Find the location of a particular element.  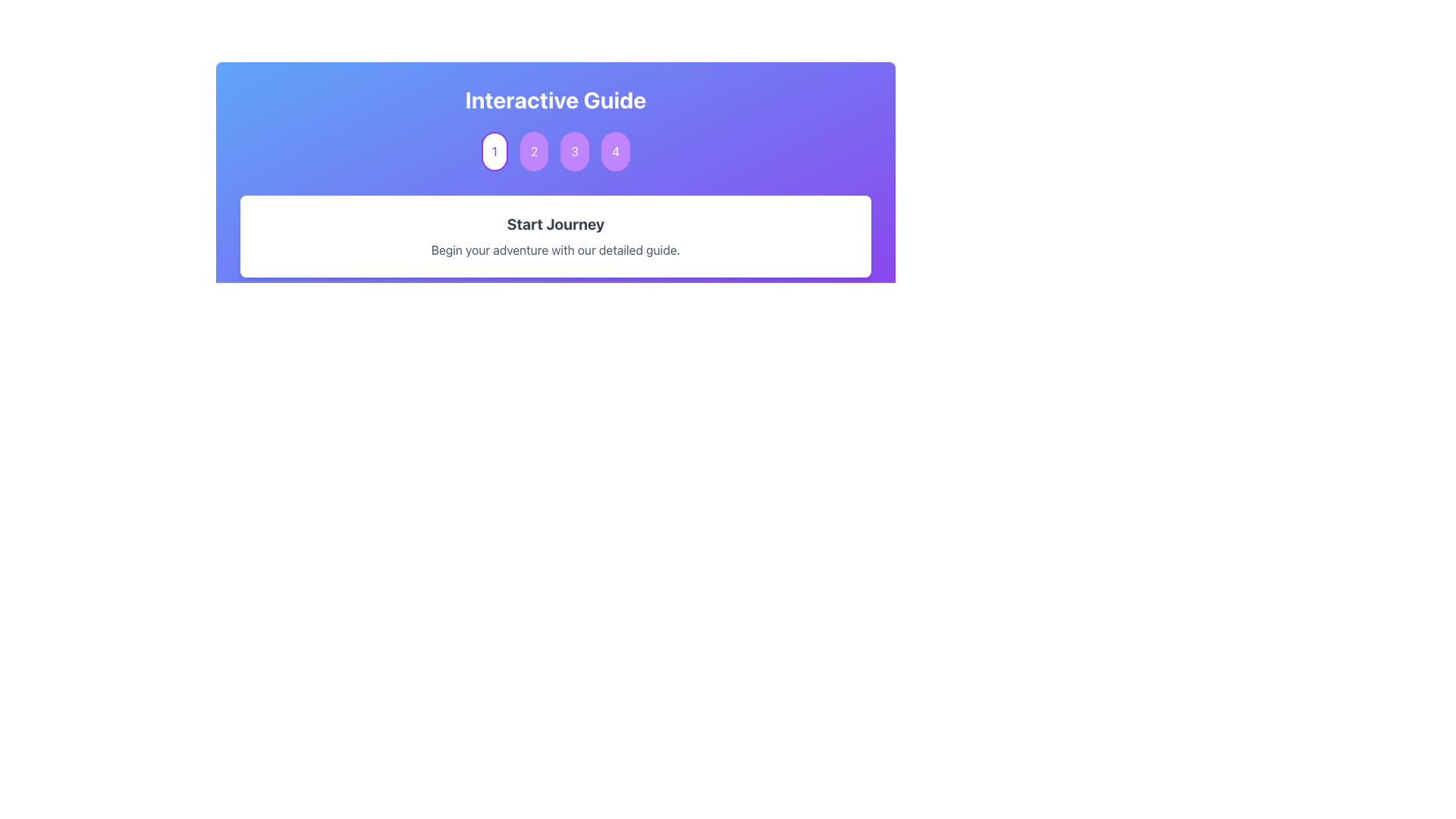

text heading that is styled with bold white 3xl fonts, centered and reading 'Interactive Guide', displayed within a blue-to-purple gradient background is located at coordinates (555, 99).